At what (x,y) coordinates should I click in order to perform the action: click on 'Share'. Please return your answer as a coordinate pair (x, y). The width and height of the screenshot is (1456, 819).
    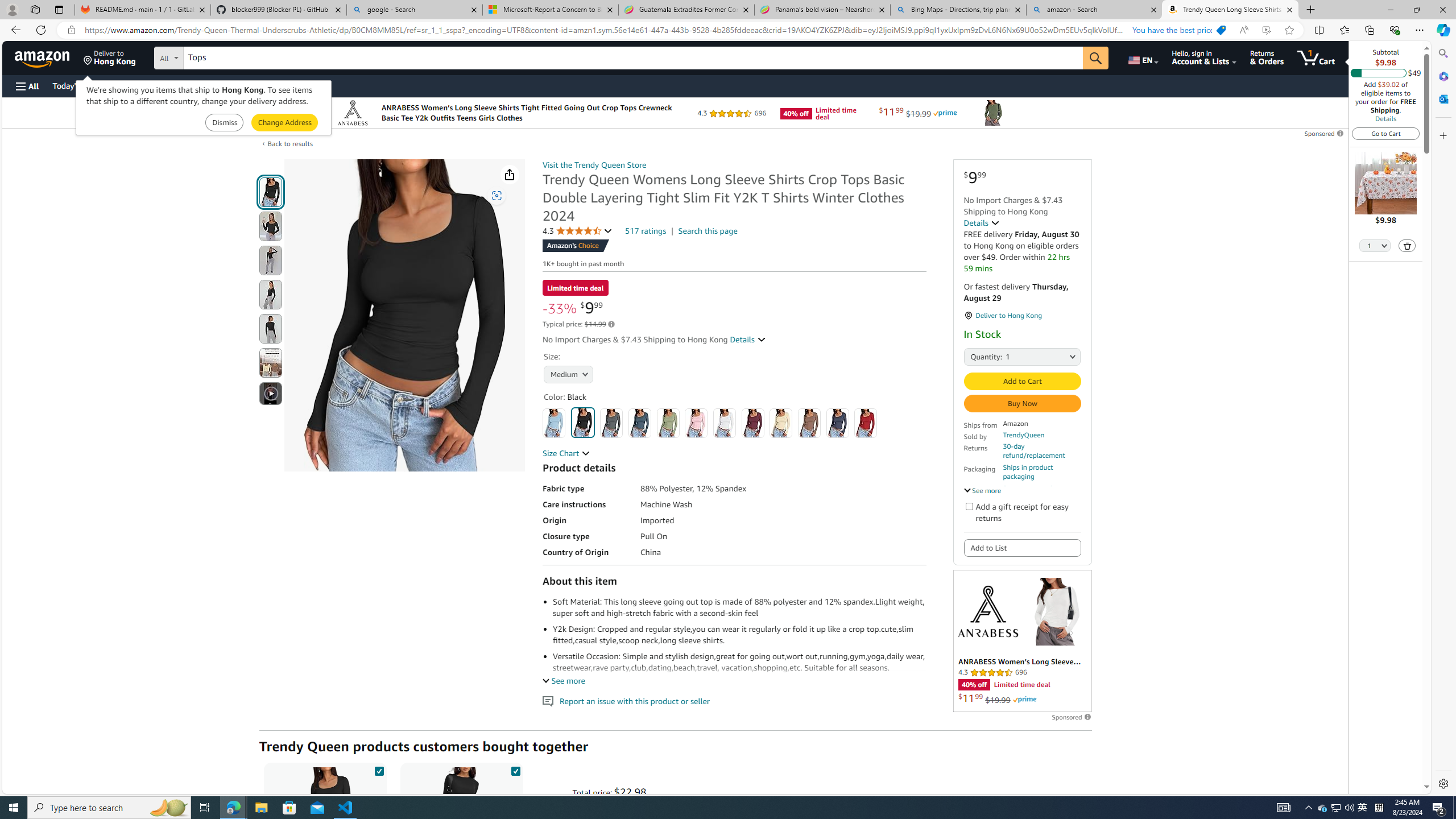
    Looking at the image, I should click on (510, 174).